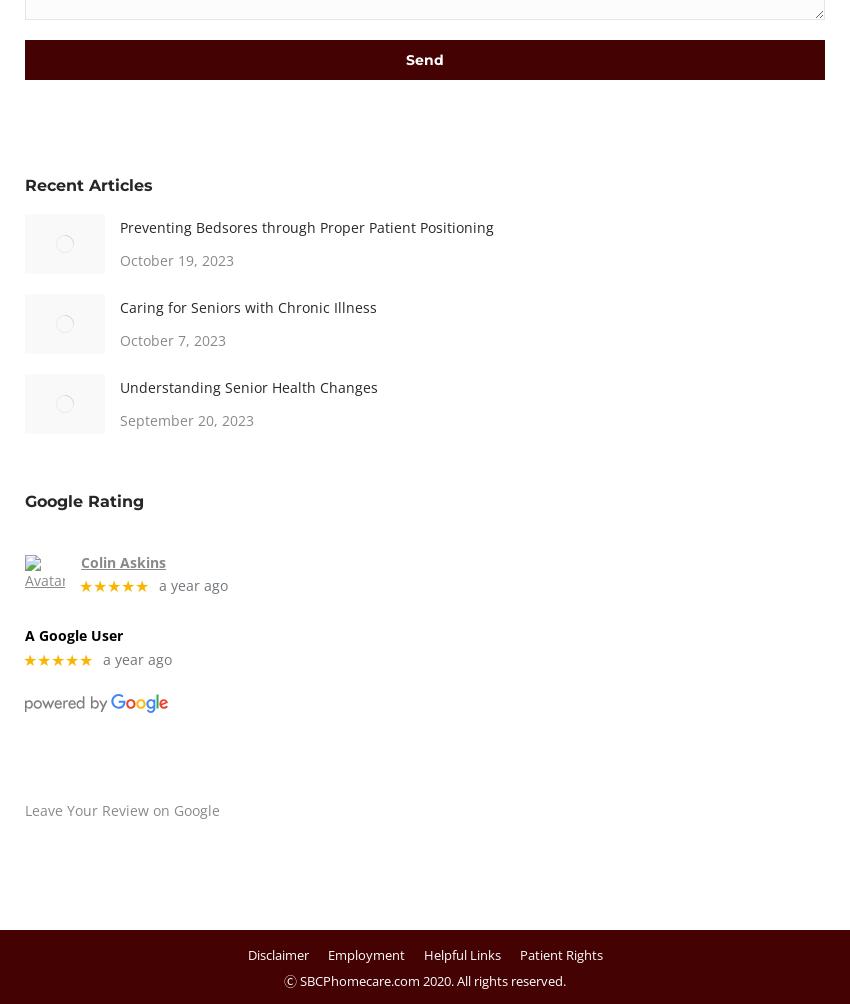 This screenshot has width=850, height=1004. I want to click on 'Helpful Links', so click(460, 953).